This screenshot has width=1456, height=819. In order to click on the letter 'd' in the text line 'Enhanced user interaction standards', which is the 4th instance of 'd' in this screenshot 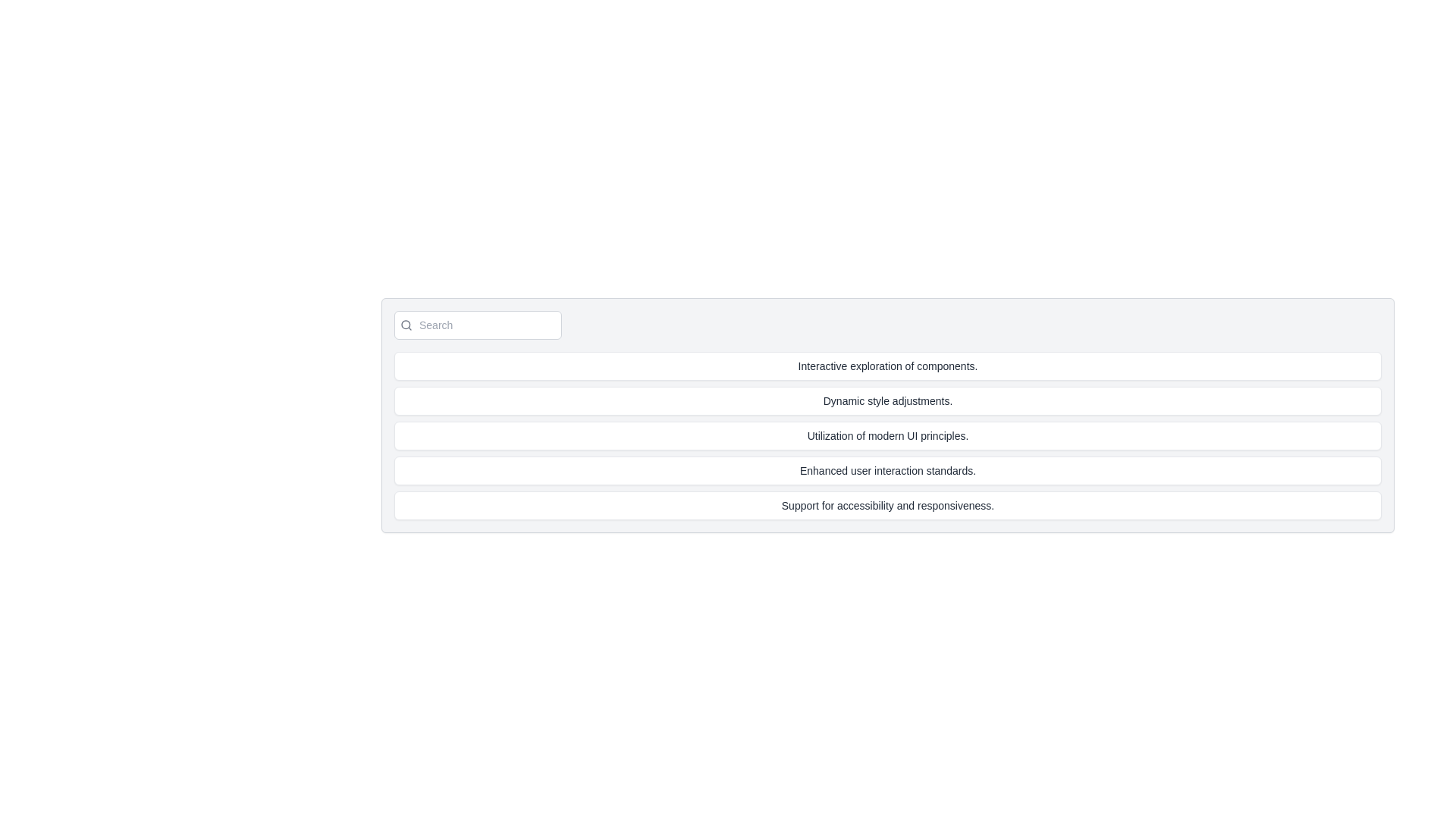, I will do `click(964, 470)`.